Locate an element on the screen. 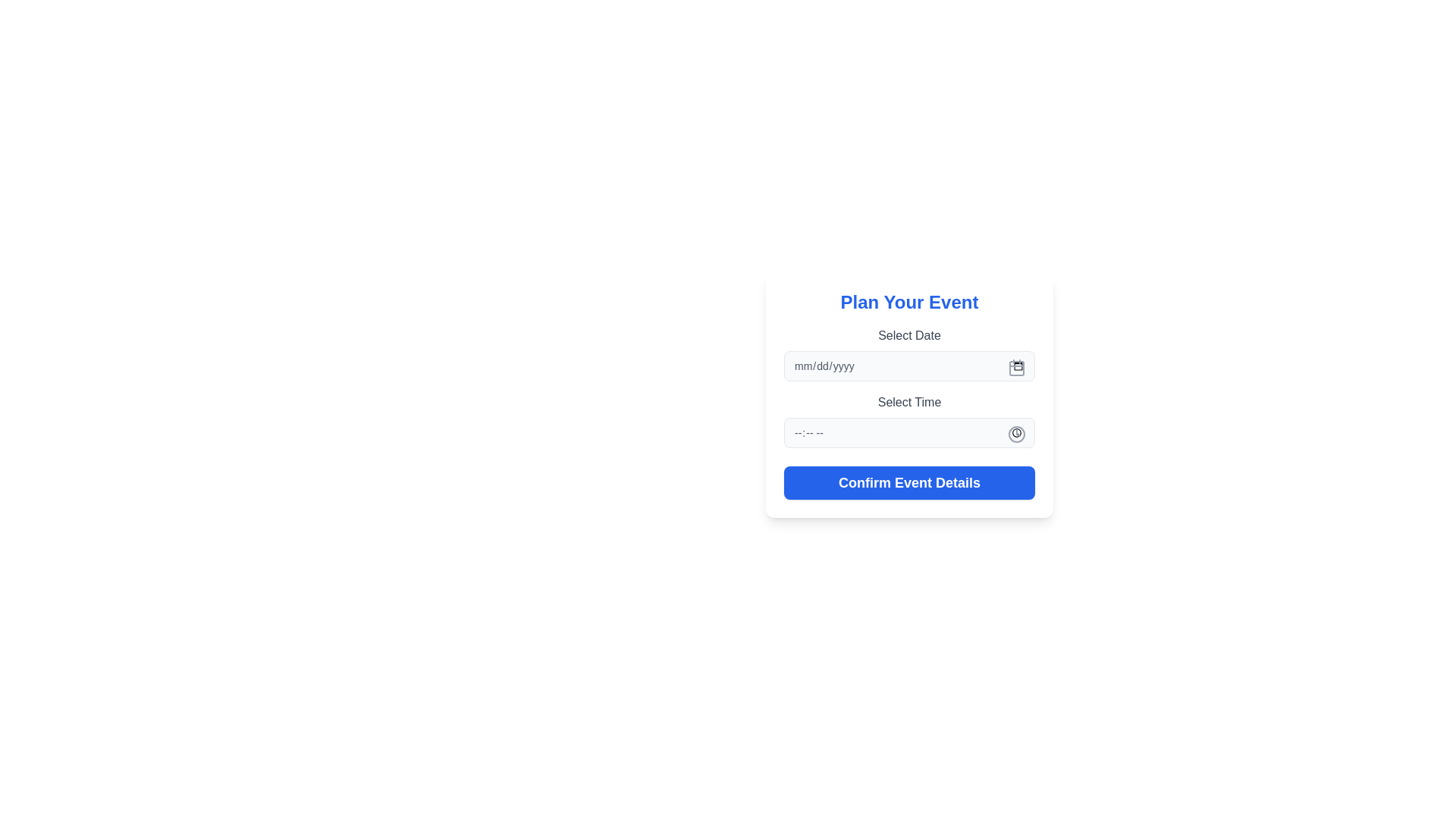 The width and height of the screenshot is (1456, 819). the calendar icon located on the right edge of the 'Select Date' input field in the 'Plan Your Event' form is located at coordinates (1016, 368).